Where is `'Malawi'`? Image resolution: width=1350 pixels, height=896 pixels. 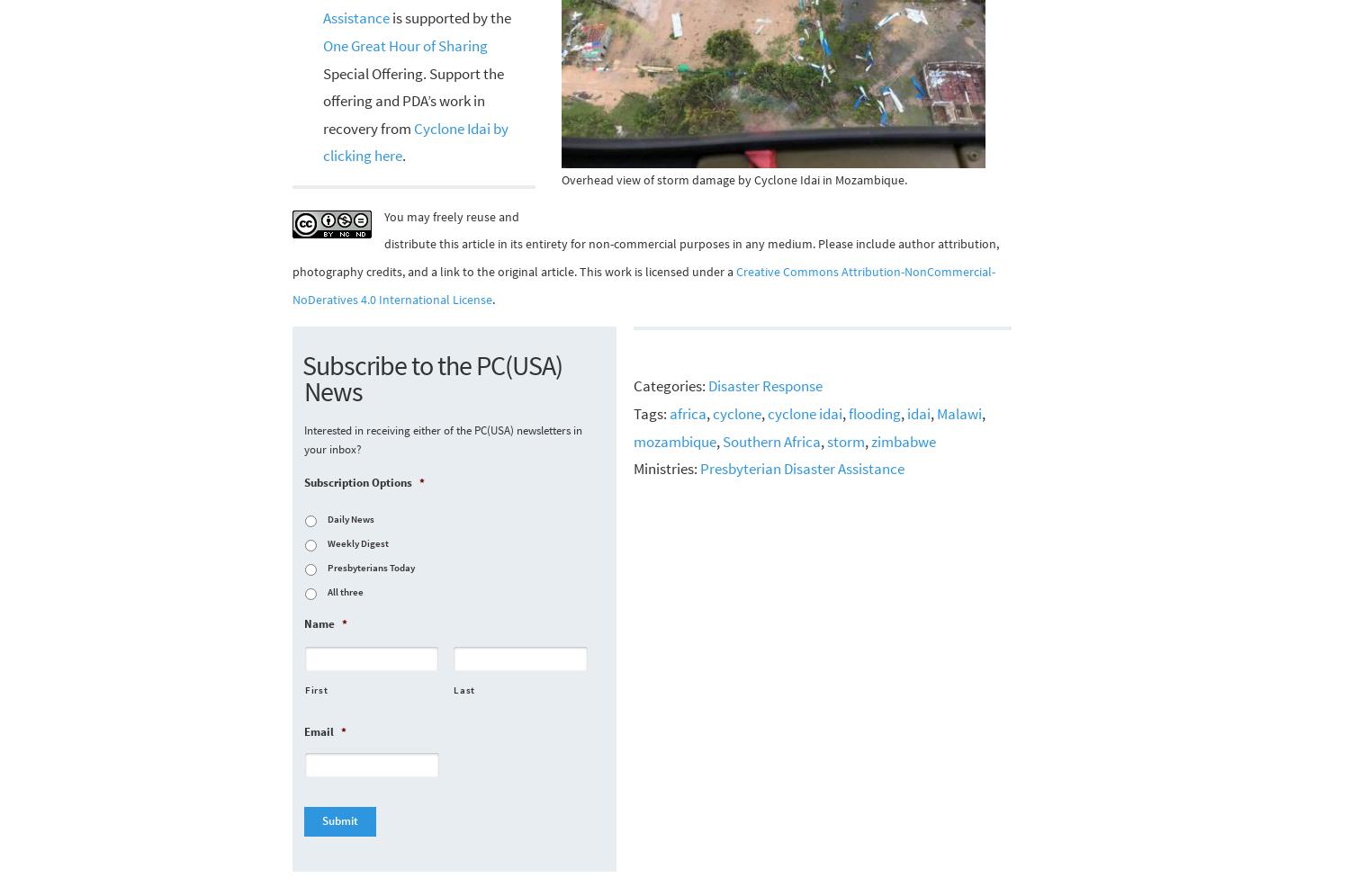
'Malawi' is located at coordinates (958, 412).